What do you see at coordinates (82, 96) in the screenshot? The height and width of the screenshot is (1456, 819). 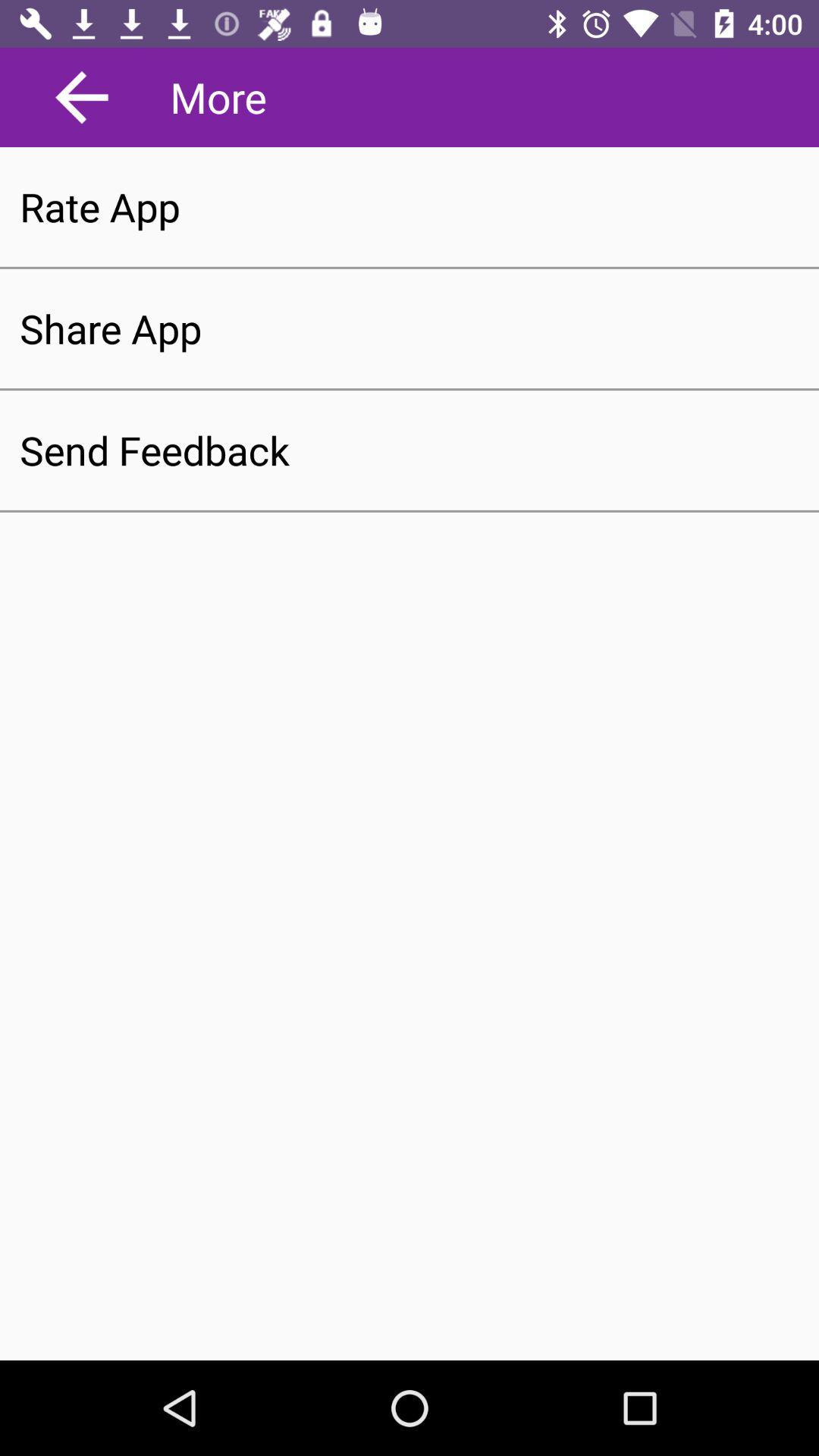 I see `the item at the top left corner` at bounding box center [82, 96].